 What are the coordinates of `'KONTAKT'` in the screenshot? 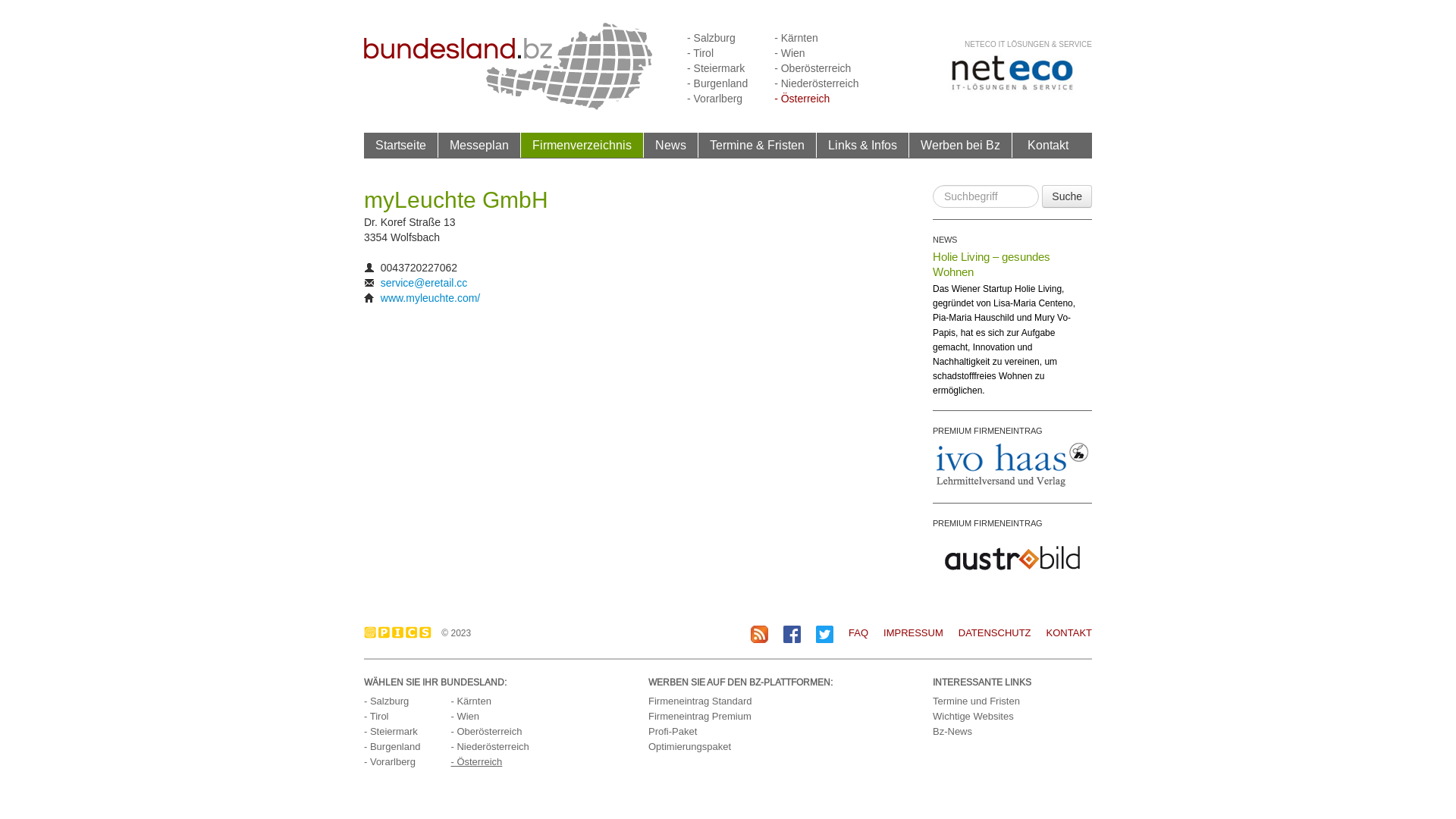 It's located at (1061, 632).